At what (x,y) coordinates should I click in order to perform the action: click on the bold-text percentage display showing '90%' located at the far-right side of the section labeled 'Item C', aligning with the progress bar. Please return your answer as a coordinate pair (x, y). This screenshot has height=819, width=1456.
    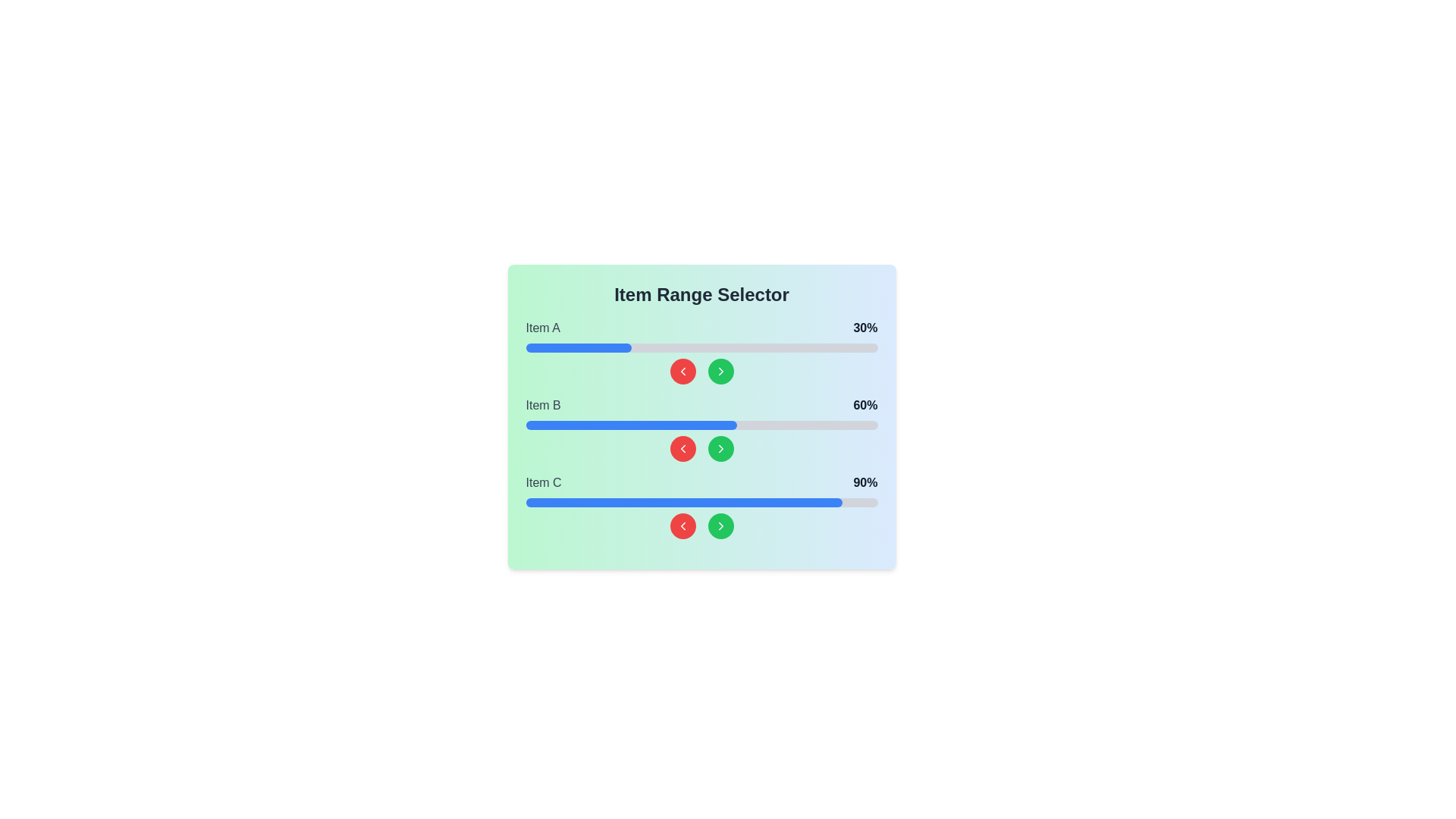
    Looking at the image, I should click on (865, 482).